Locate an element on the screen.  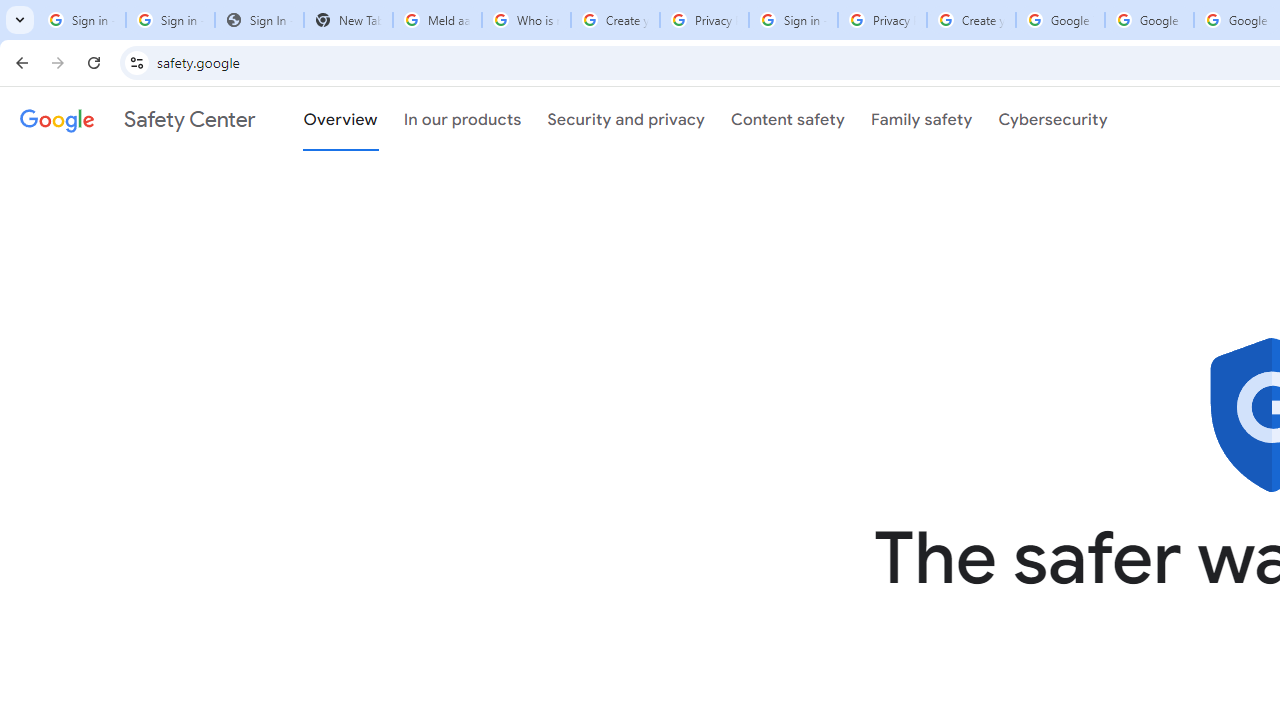
'Create your Google Account' is located at coordinates (971, 20).